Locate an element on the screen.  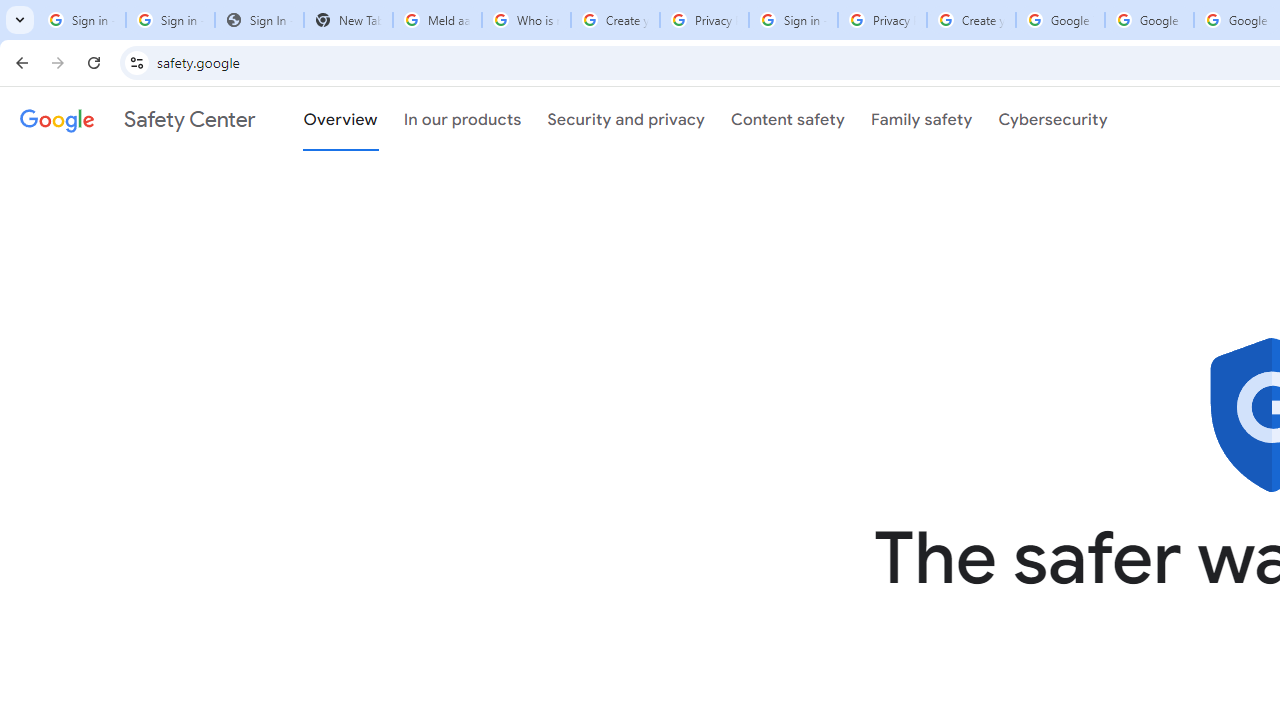
'Create your Google Account' is located at coordinates (971, 20).